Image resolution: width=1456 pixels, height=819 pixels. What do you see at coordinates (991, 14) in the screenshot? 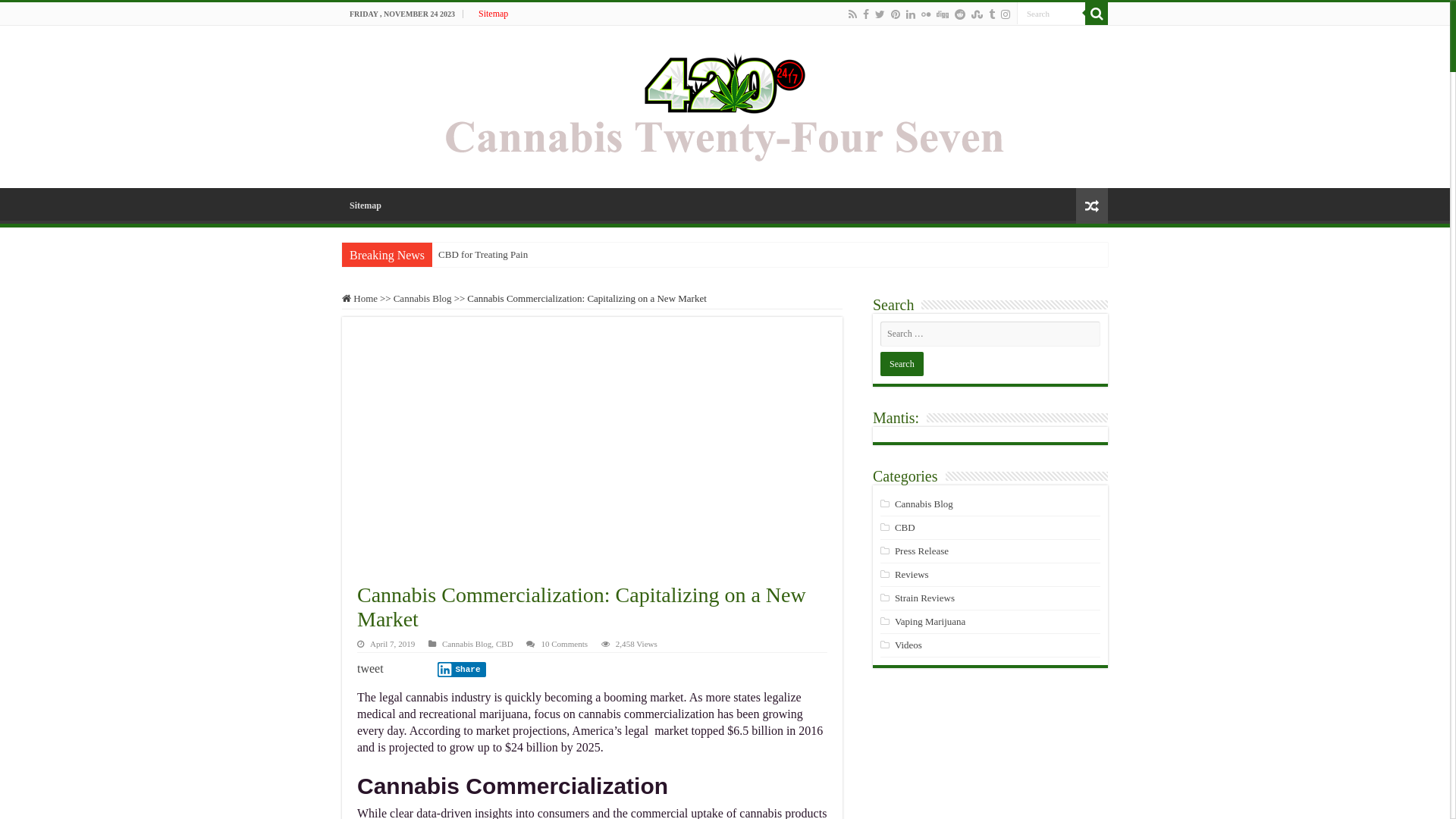
I see `'Tumblr'` at bounding box center [991, 14].